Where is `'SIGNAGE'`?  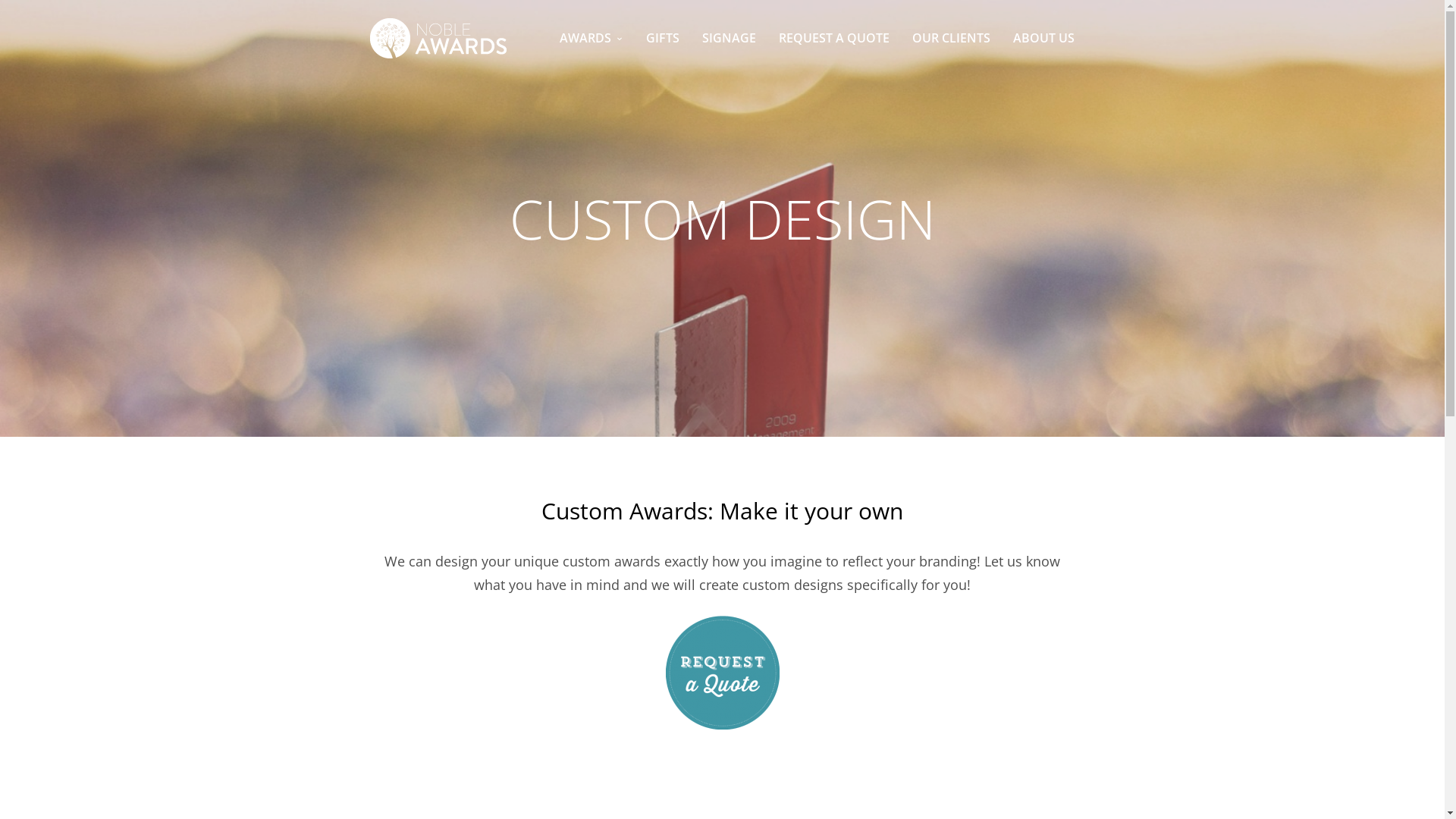
'SIGNAGE' is located at coordinates (729, 37).